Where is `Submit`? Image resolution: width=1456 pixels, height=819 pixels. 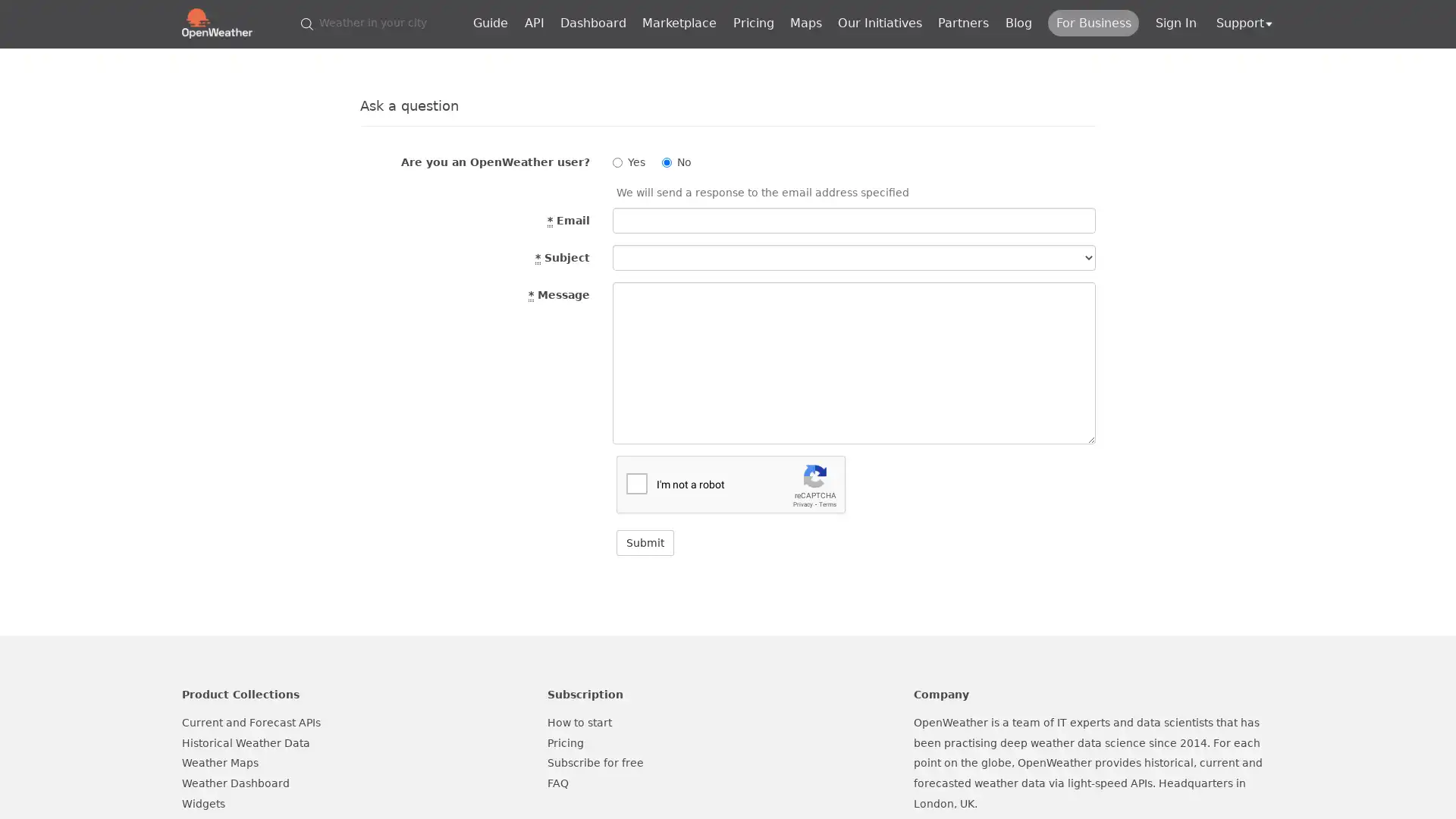
Submit is located at coordinates (645, 542).